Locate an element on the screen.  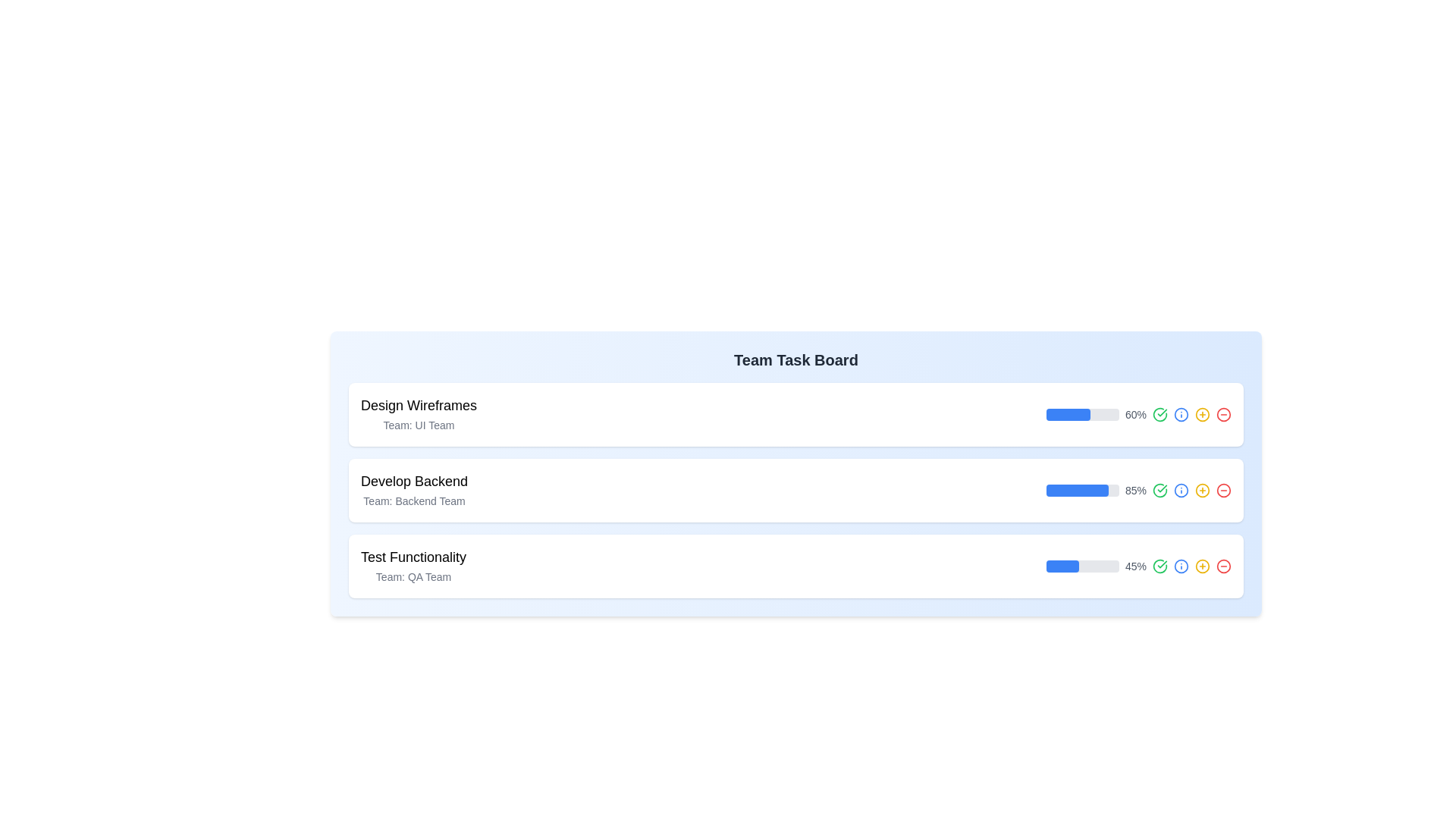
the progress bar located in the third task row of the team task board interface, which indicates a completion percentage of 45% is located at coordinates (1081, 566).